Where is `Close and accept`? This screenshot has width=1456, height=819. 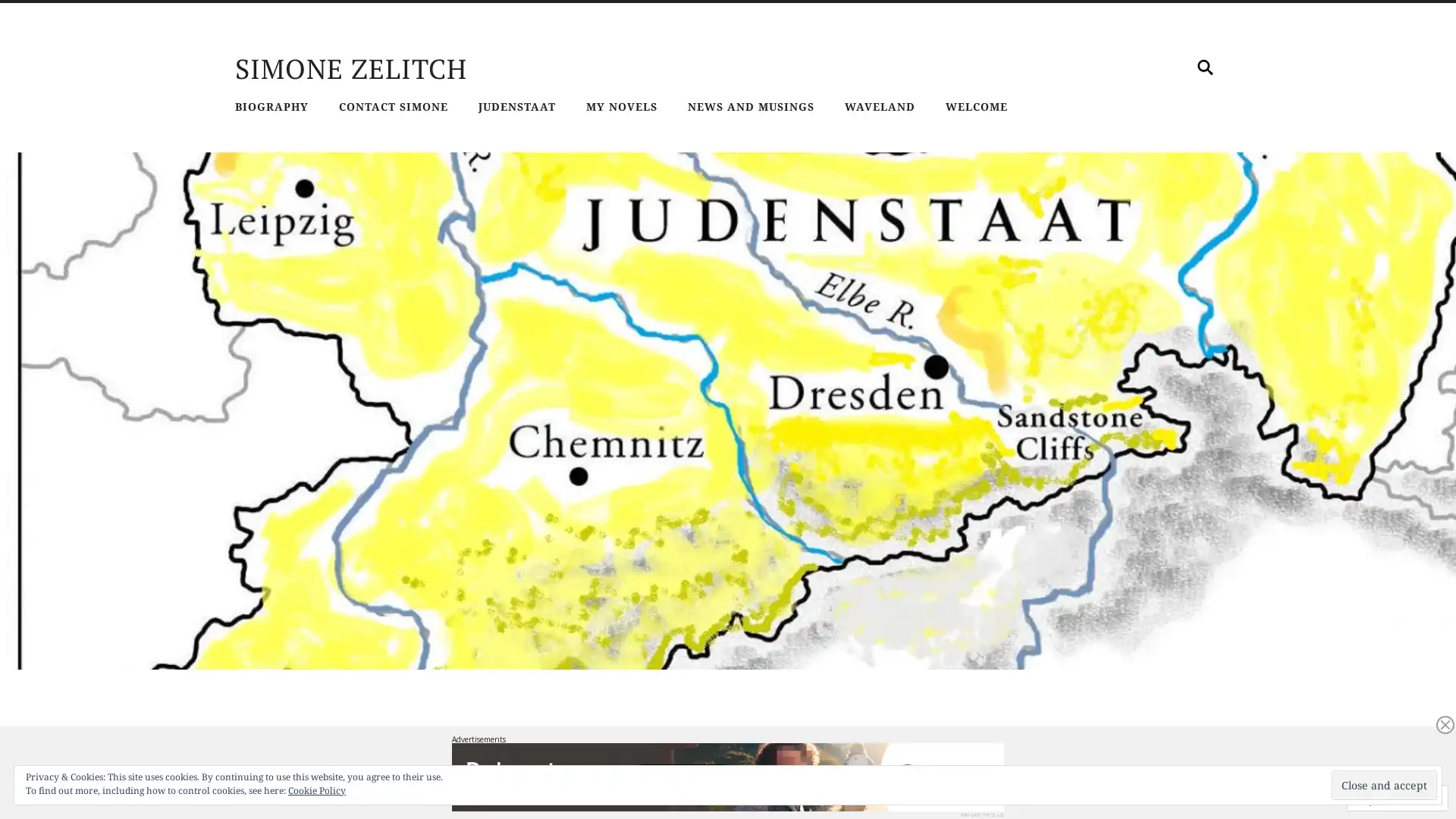
Close and accept is located at coordinates (1384, 785).